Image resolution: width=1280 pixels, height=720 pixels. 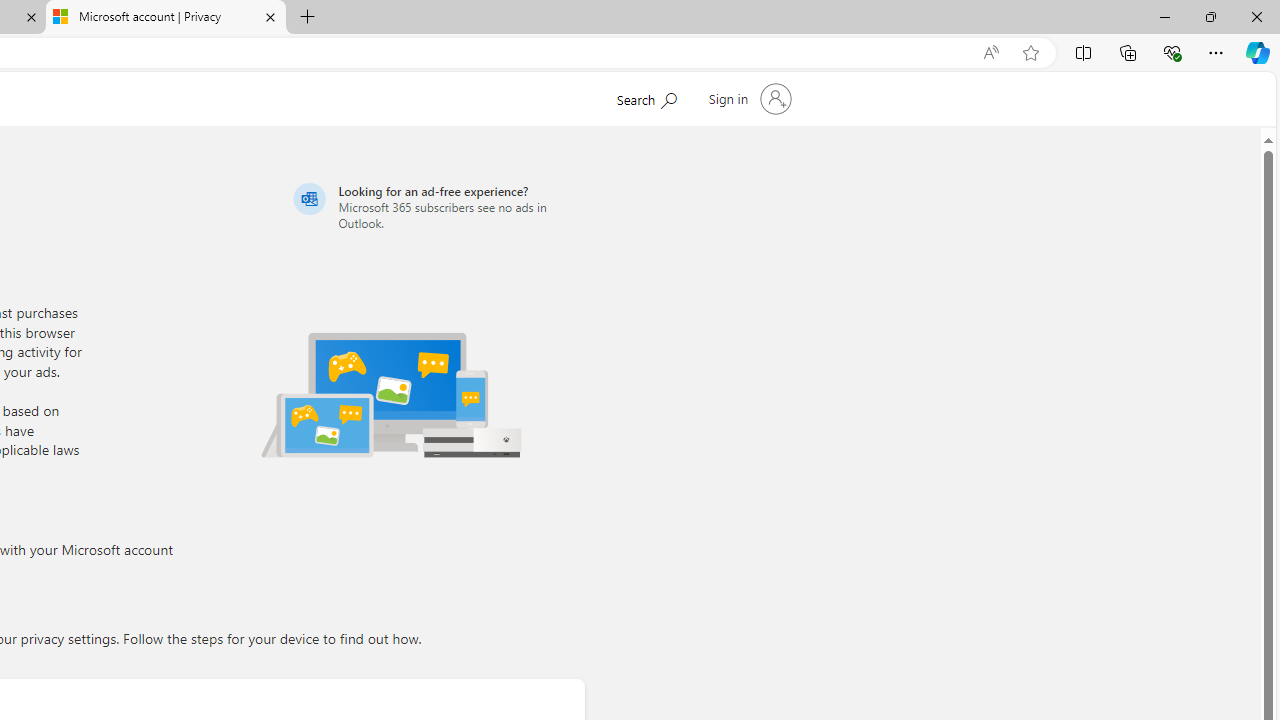 What do you see at coordinates (269, 17) in the screenshot?
I see `'Close tab'` at bounding box center [269, 17].